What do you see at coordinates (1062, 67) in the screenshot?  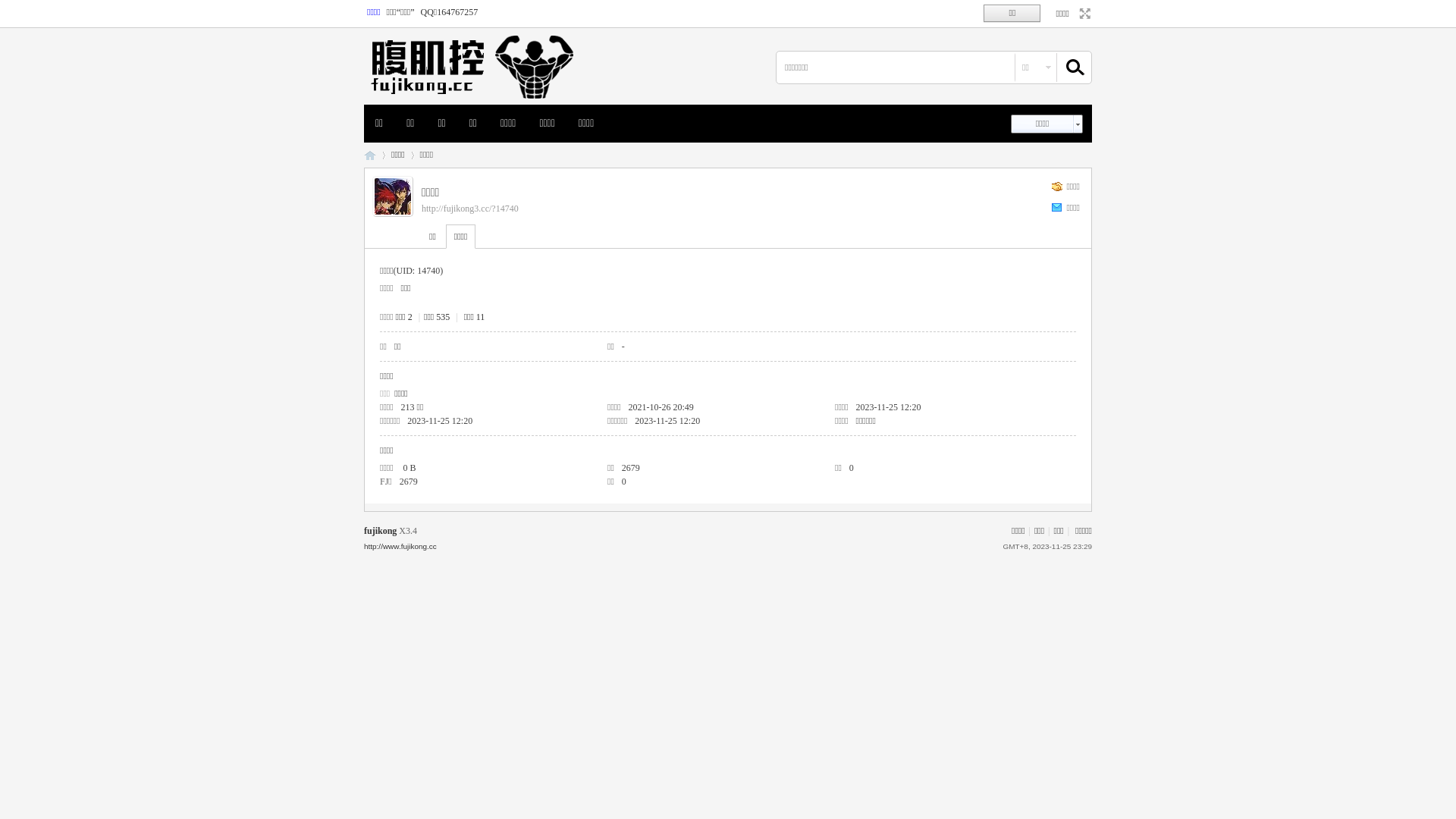 I see `'true'` at bounding box center [1062, 67].